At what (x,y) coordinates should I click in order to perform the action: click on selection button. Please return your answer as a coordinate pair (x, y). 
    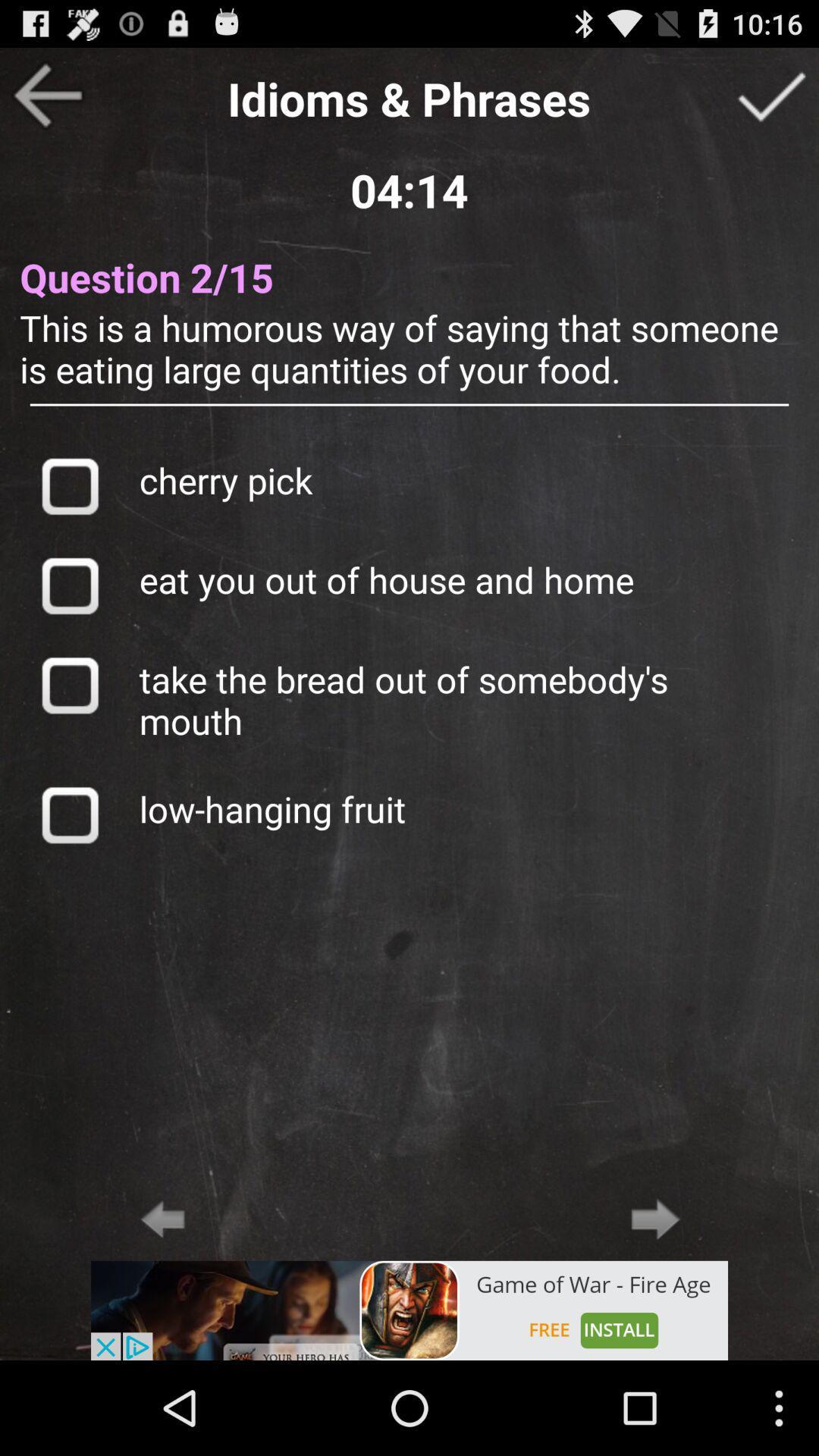
    Looking at the image, I should click on (69, 585).